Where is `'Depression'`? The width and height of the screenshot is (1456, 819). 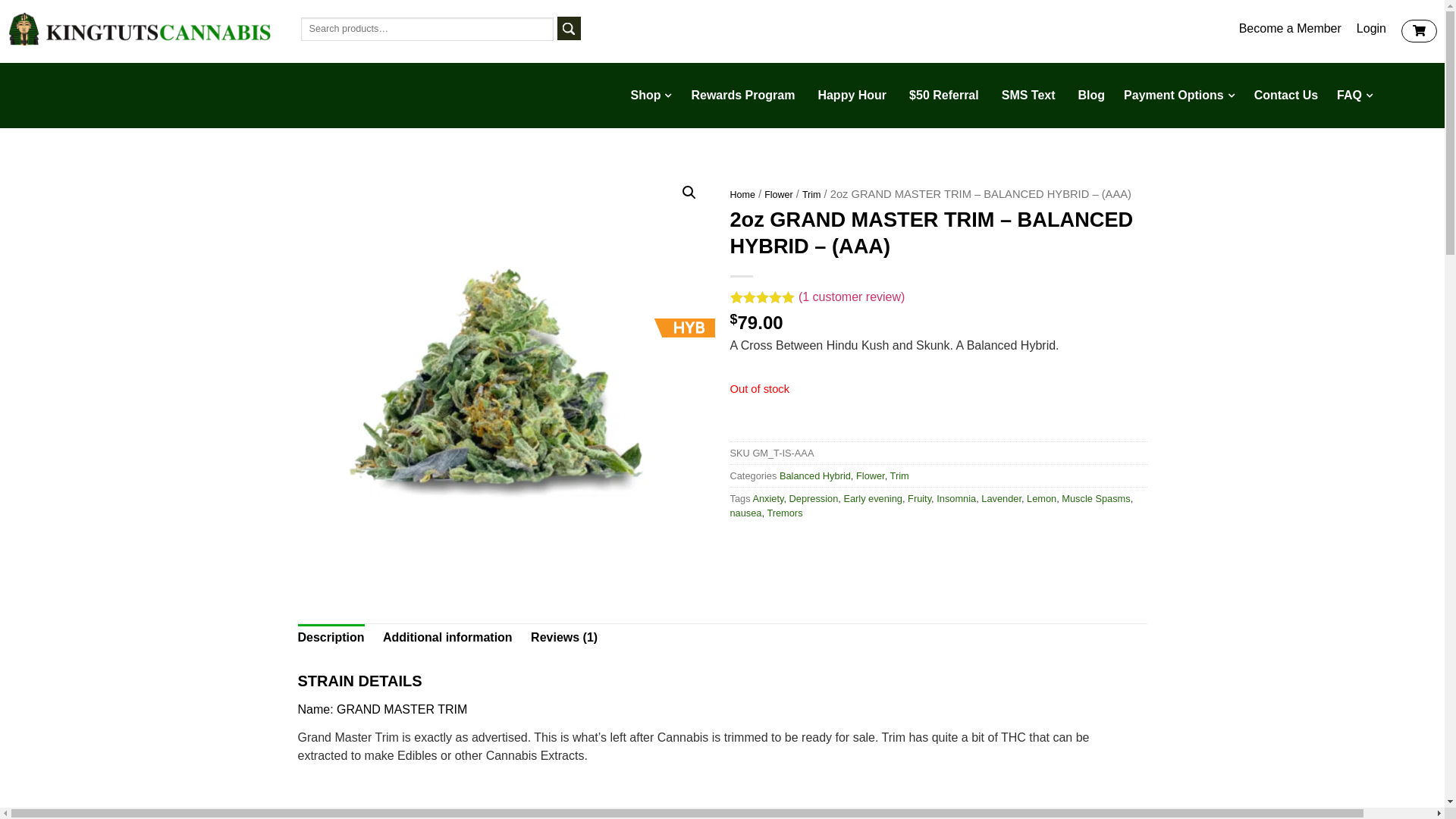
'Depression' is located at coordinates (813, 498).